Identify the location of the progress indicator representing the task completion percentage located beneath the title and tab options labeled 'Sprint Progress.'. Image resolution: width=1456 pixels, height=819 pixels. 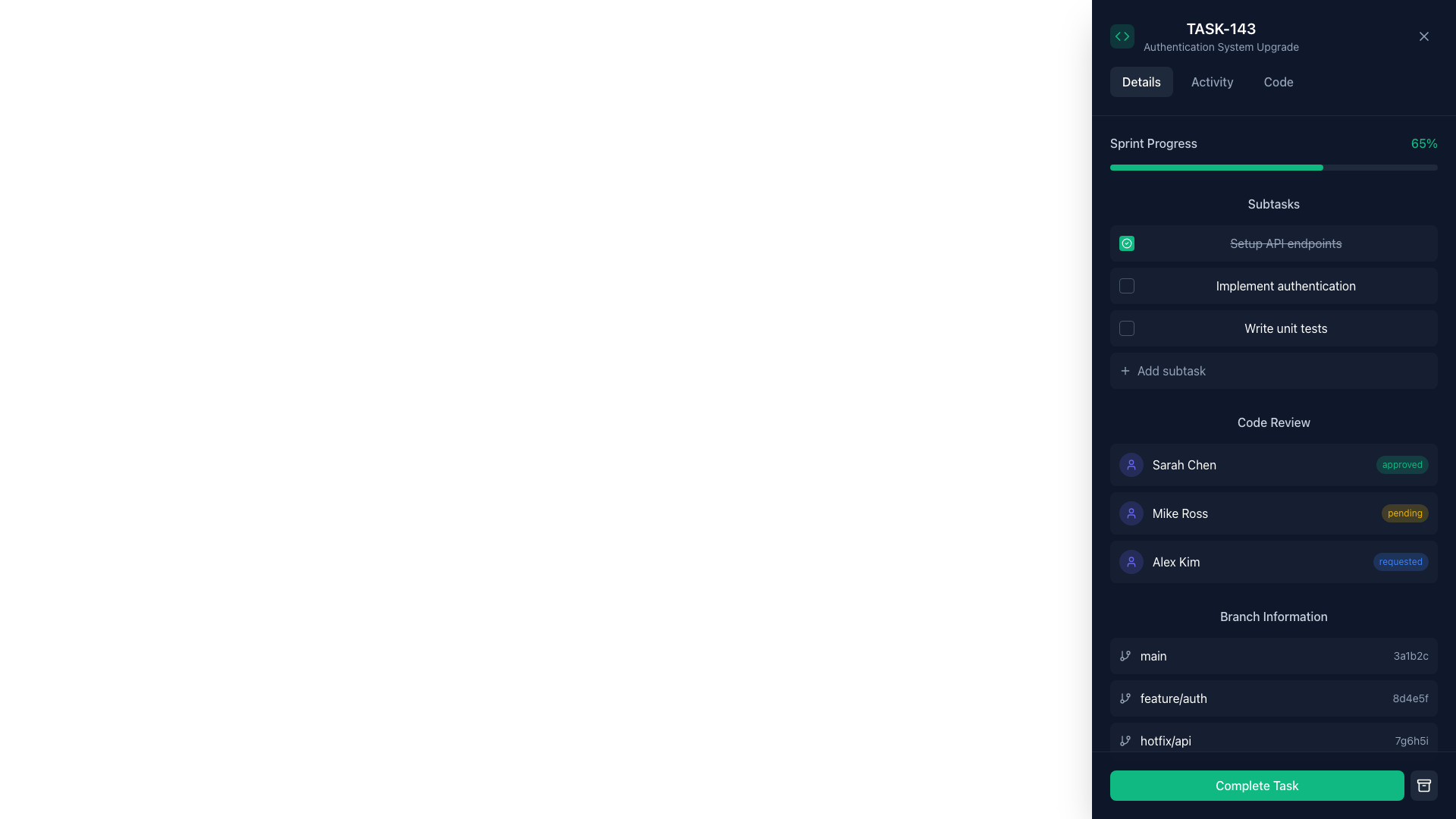
(1216, 167).